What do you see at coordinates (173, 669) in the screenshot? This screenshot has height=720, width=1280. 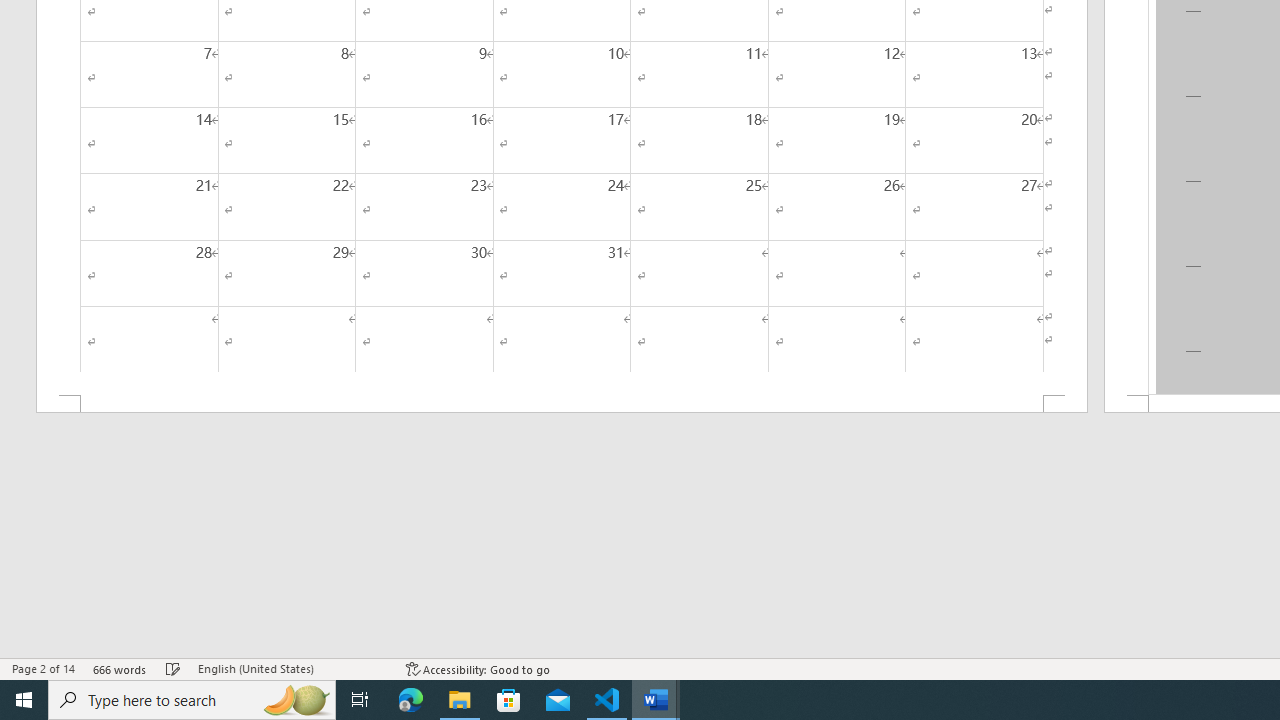 I see `'Spelling and Grammar Check Checking'` at bounding box center [173, 669].